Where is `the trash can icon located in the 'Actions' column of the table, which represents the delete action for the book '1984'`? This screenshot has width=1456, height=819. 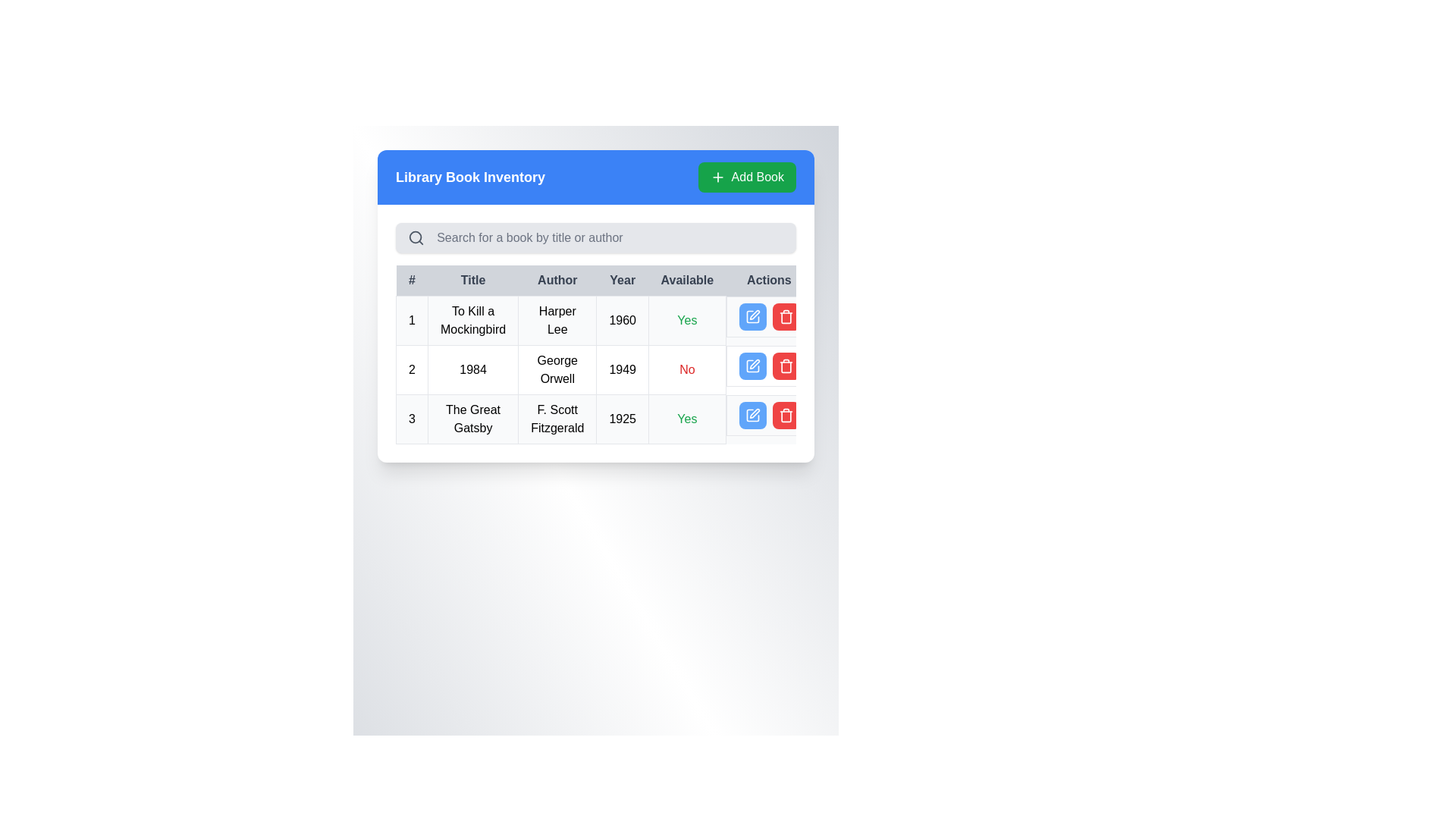 the trash can icon located in the 'Actions' column of the table, which represents the delete action for the book '1984' is located at coordinates (786, 367).